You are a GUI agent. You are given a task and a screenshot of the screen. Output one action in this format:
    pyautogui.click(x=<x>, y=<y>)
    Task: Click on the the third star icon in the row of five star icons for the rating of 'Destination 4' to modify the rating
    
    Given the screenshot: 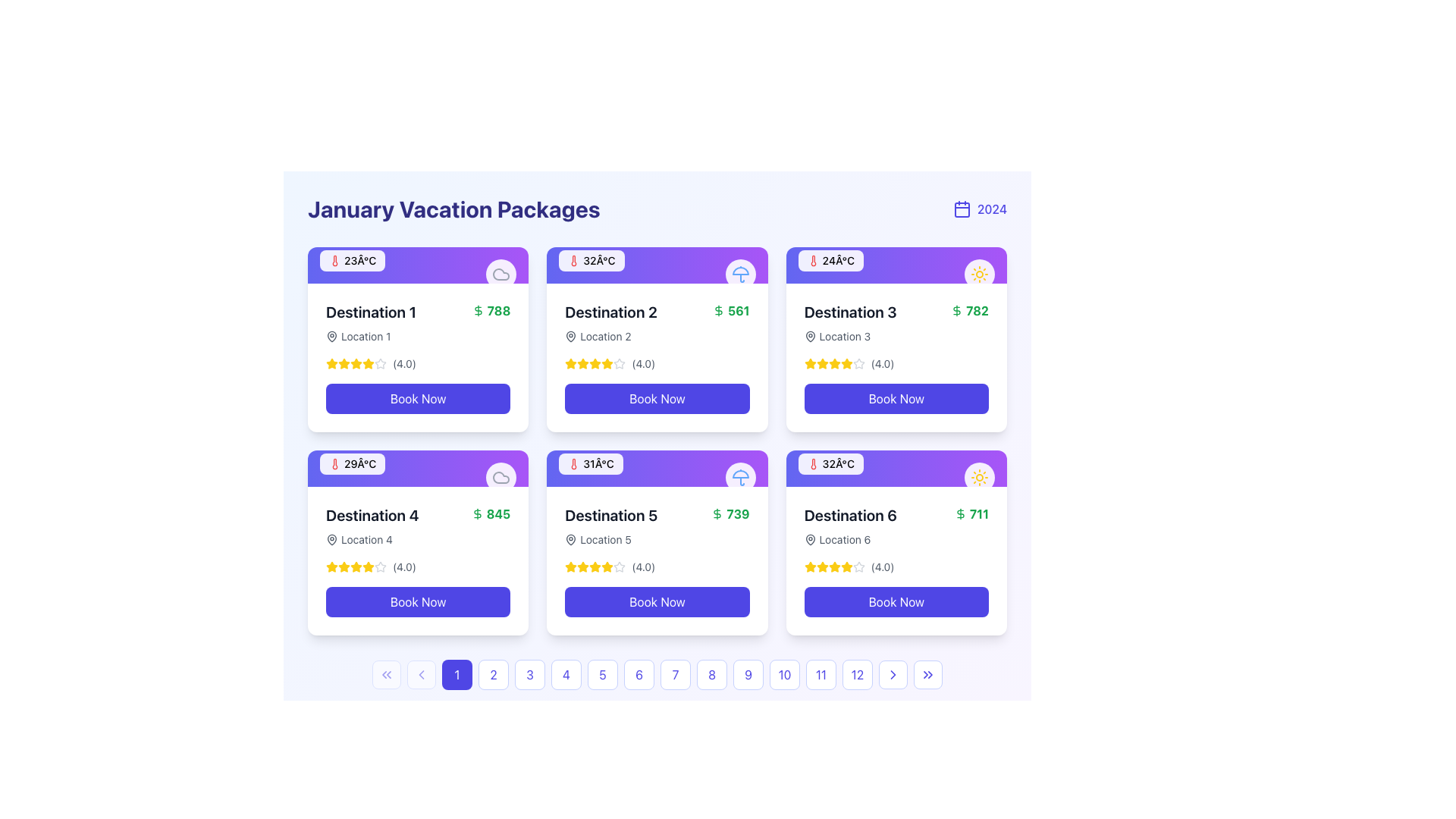 What is the action you would take?
    pyautogui.click(x=356, y=566)
    